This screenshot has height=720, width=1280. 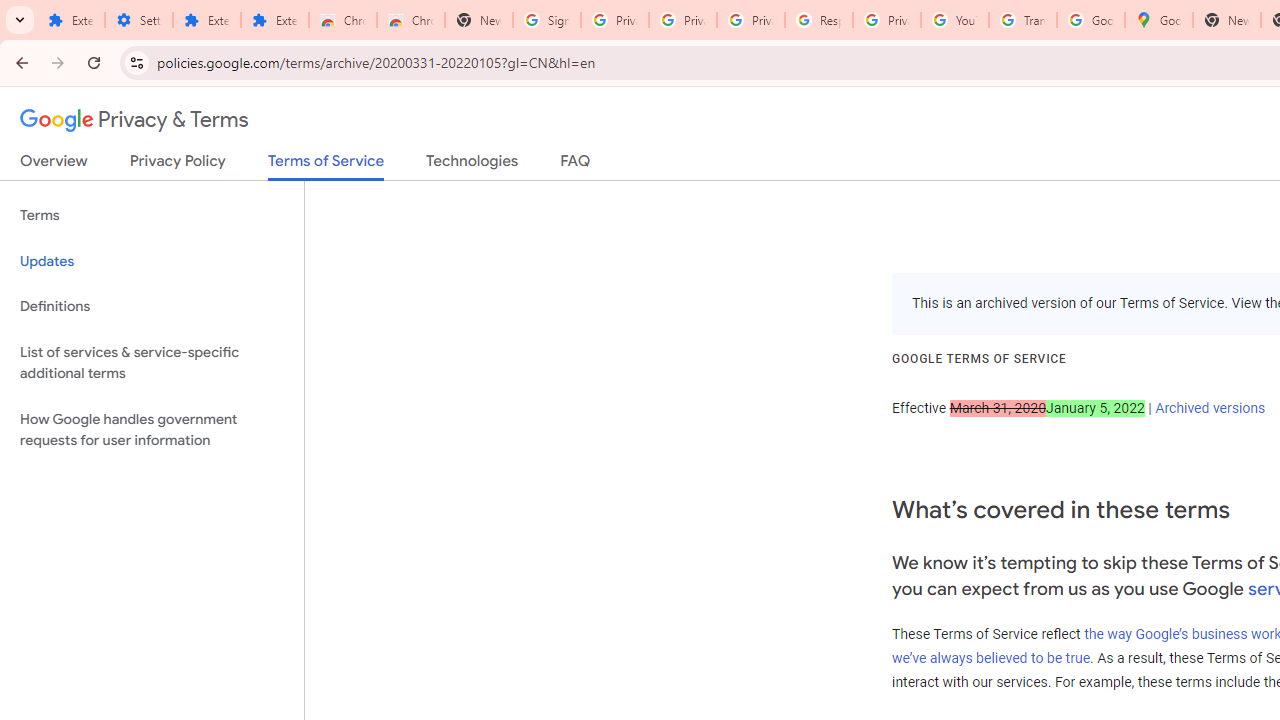 I want to click on 'How Google handles government requests for user information', so click(x=151, y=428).